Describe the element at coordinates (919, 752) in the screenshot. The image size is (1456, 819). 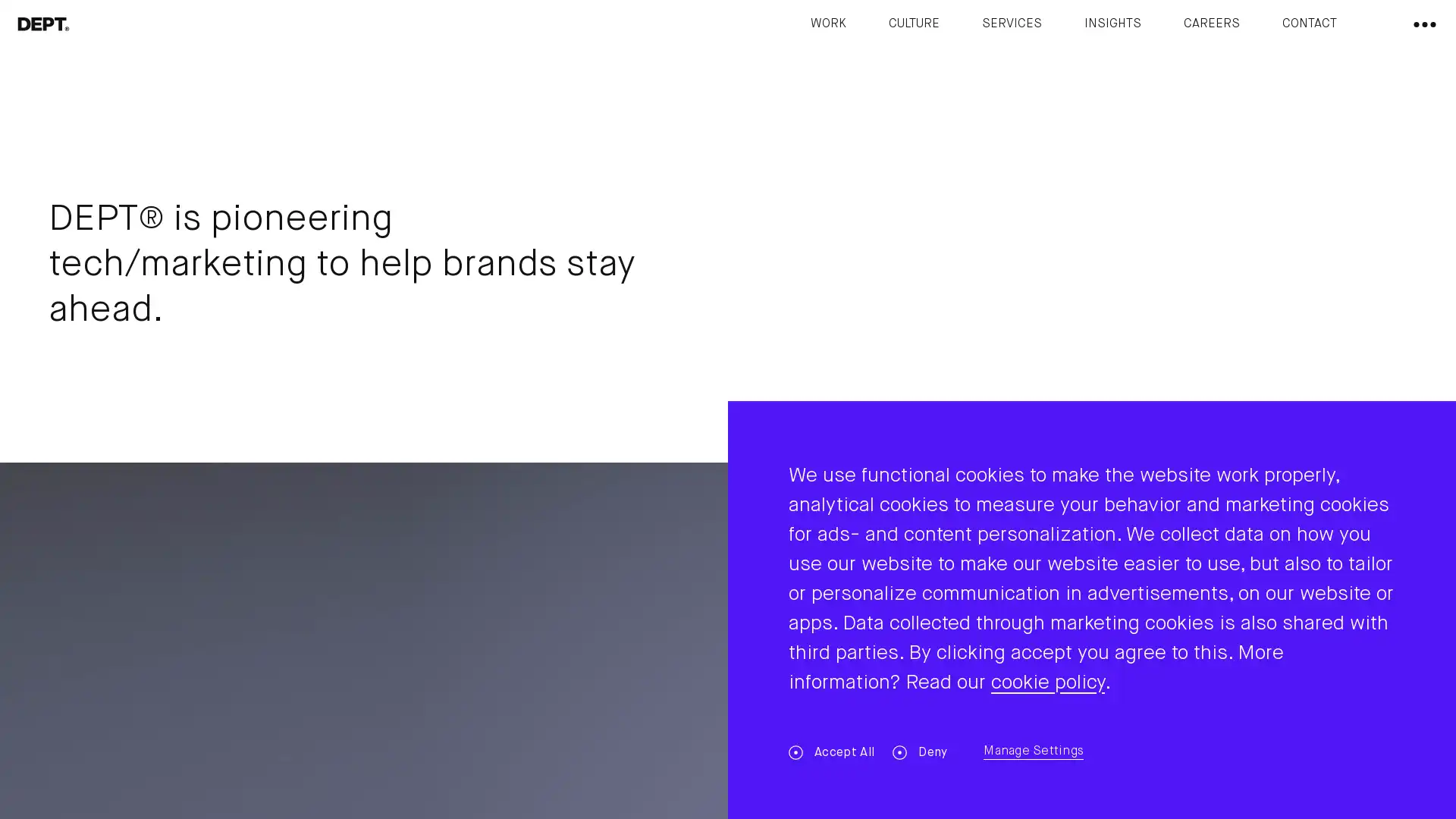
I see `Deny` at that location.